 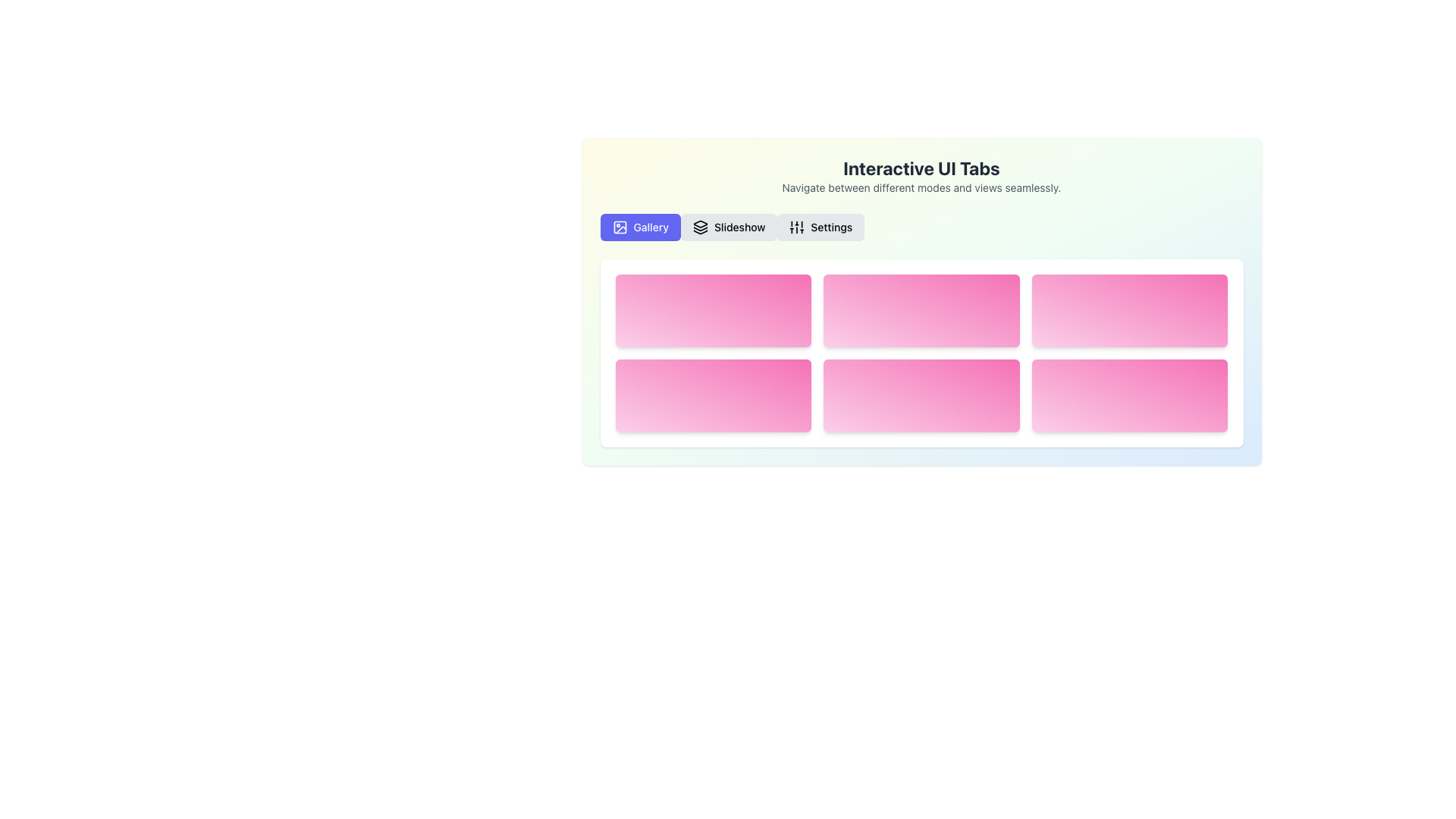 I want to click on the vertical sliders icon within the 'Settings' button located in the top navigation bar, so click(x=796, y=227).